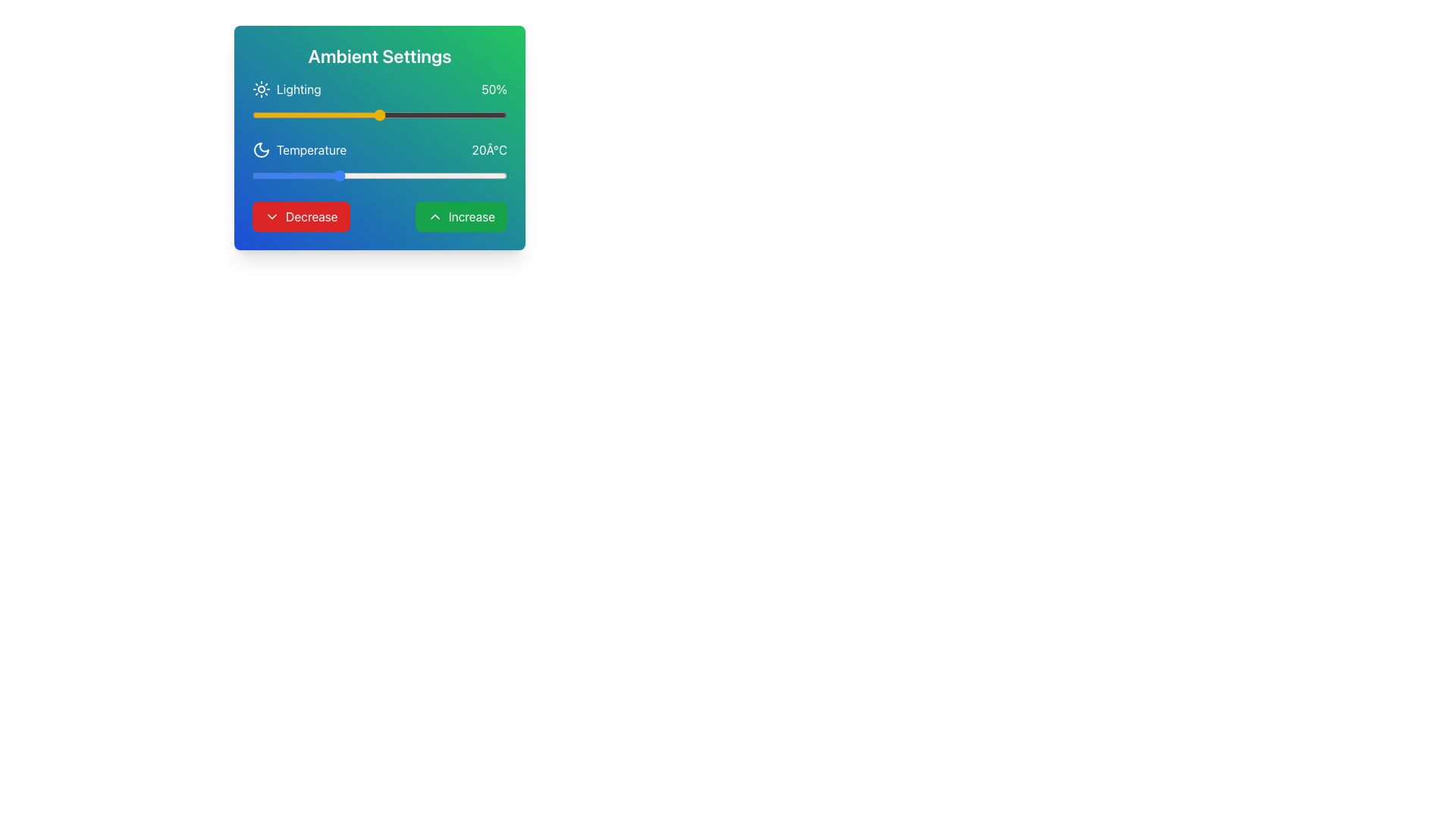  I want to click on the temperature, so click(490, 174).